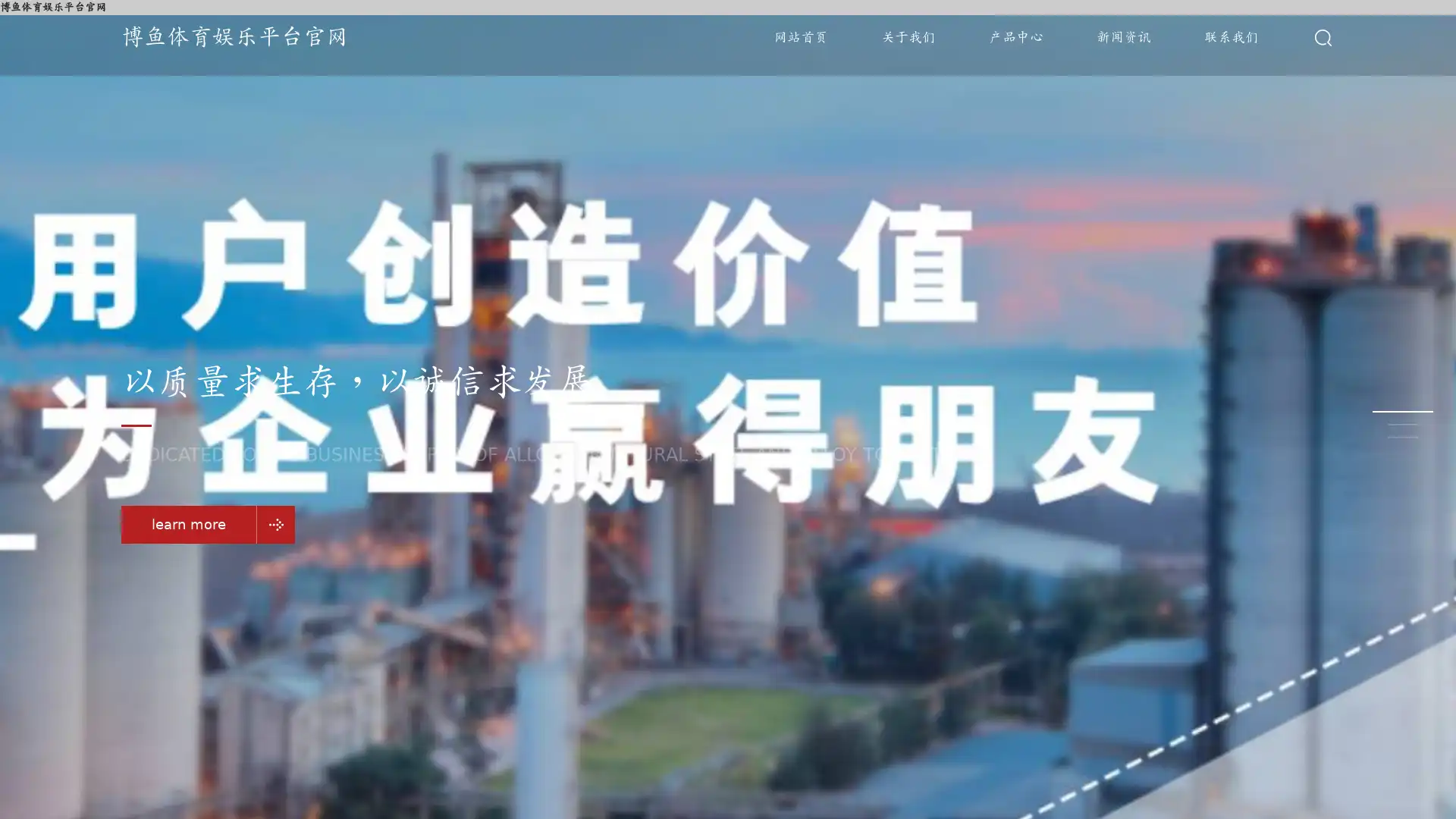 Image resolution: width=1456 pixels, height=819 pixels. What do you see at coordinates (1401, 438) in the screenshot?
I see `Go to slide 3` at bounding box center [1401, 438].